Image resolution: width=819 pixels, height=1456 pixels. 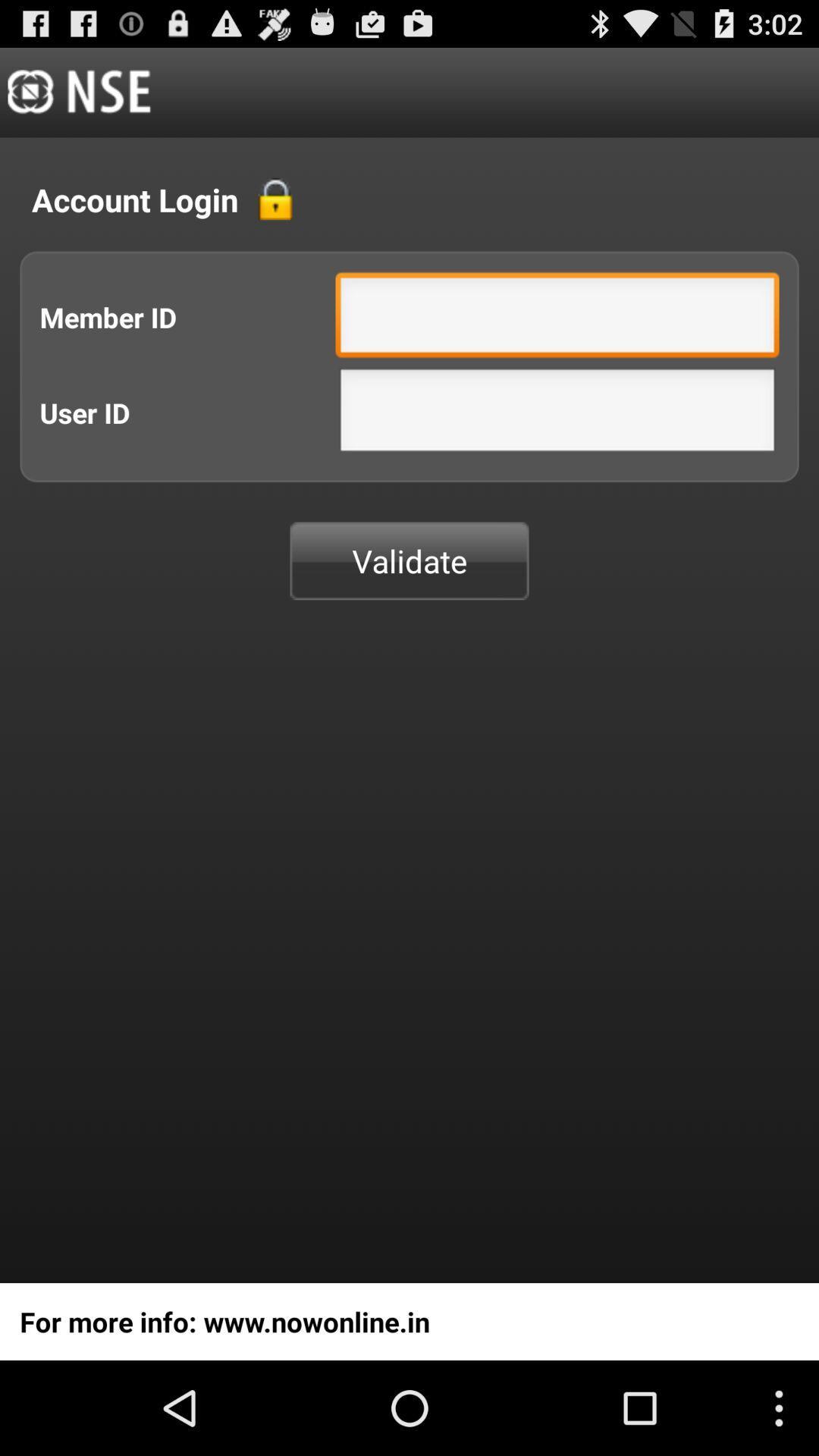 What do you see at coordinates (409, 560) in the screenshot?
I see `the item above for more info item` at bounding box center [409, 560].